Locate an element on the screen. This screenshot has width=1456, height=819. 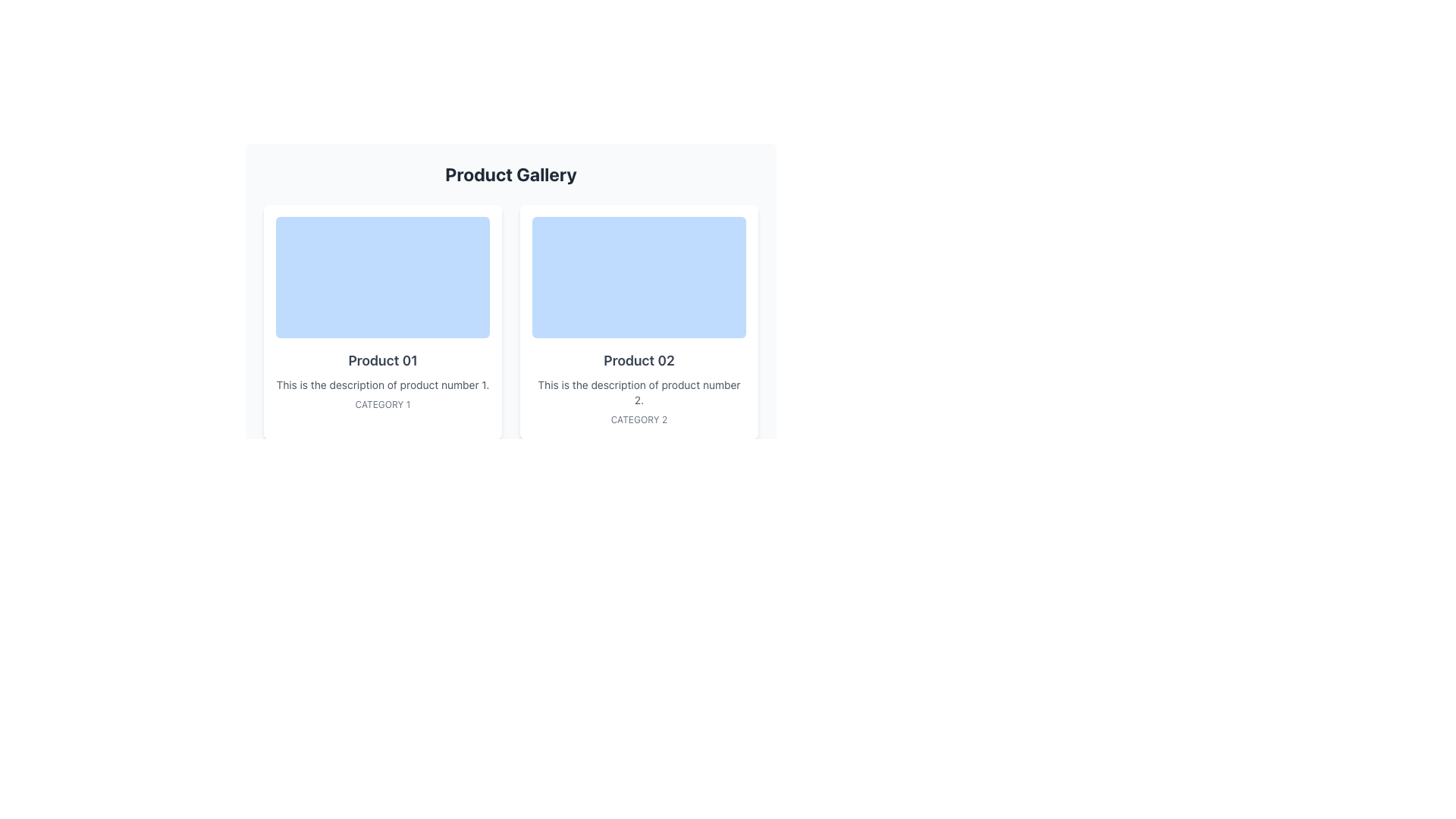
details or metadata of the second product card in the grid layout, which contains the product name, description, and associated category is located at coordinates (639, 321).